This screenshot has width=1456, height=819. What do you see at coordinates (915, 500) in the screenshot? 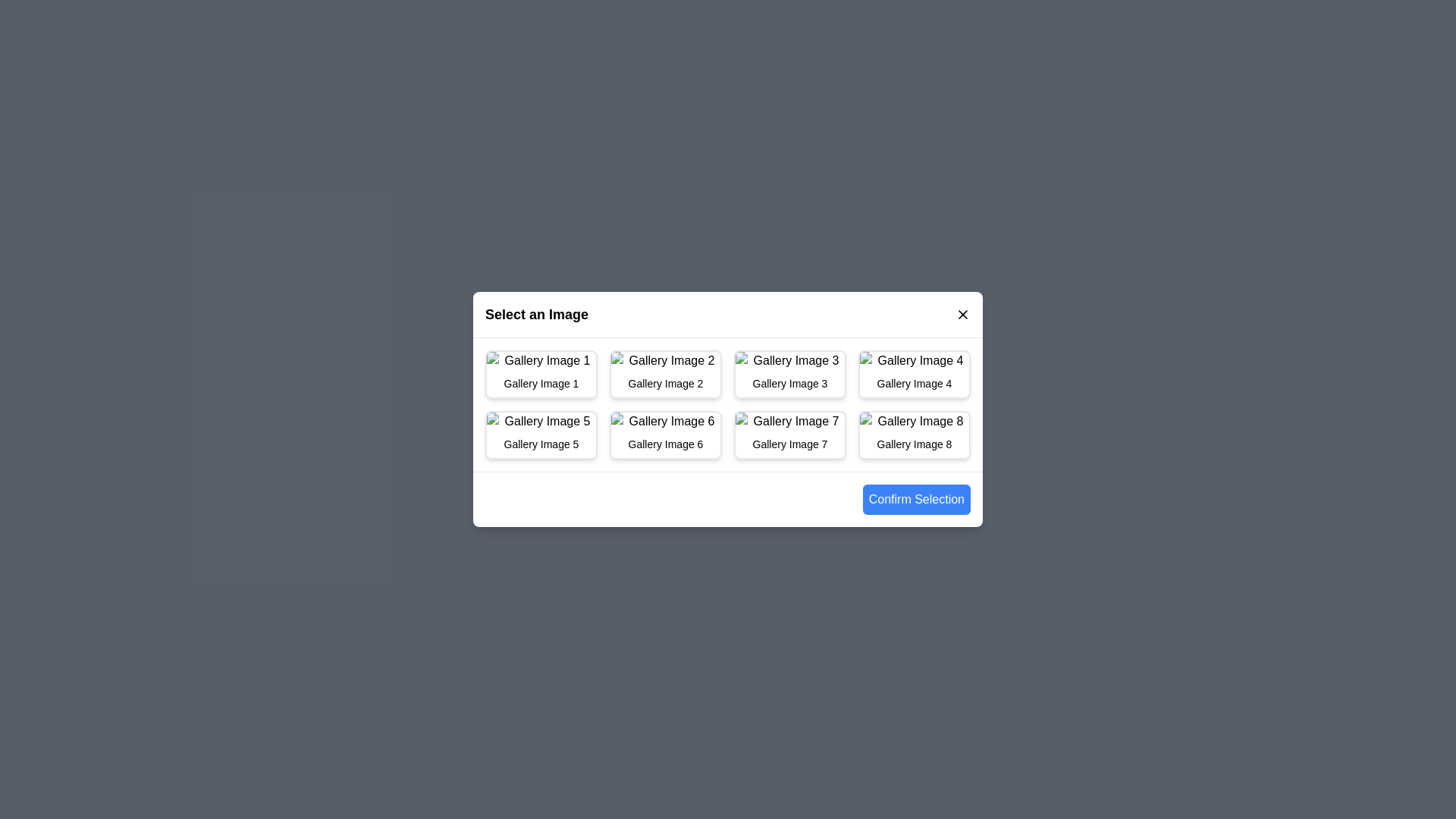
I see `'Confirm Selection' button to confirm the selected image` at bounding box center [915, 500].